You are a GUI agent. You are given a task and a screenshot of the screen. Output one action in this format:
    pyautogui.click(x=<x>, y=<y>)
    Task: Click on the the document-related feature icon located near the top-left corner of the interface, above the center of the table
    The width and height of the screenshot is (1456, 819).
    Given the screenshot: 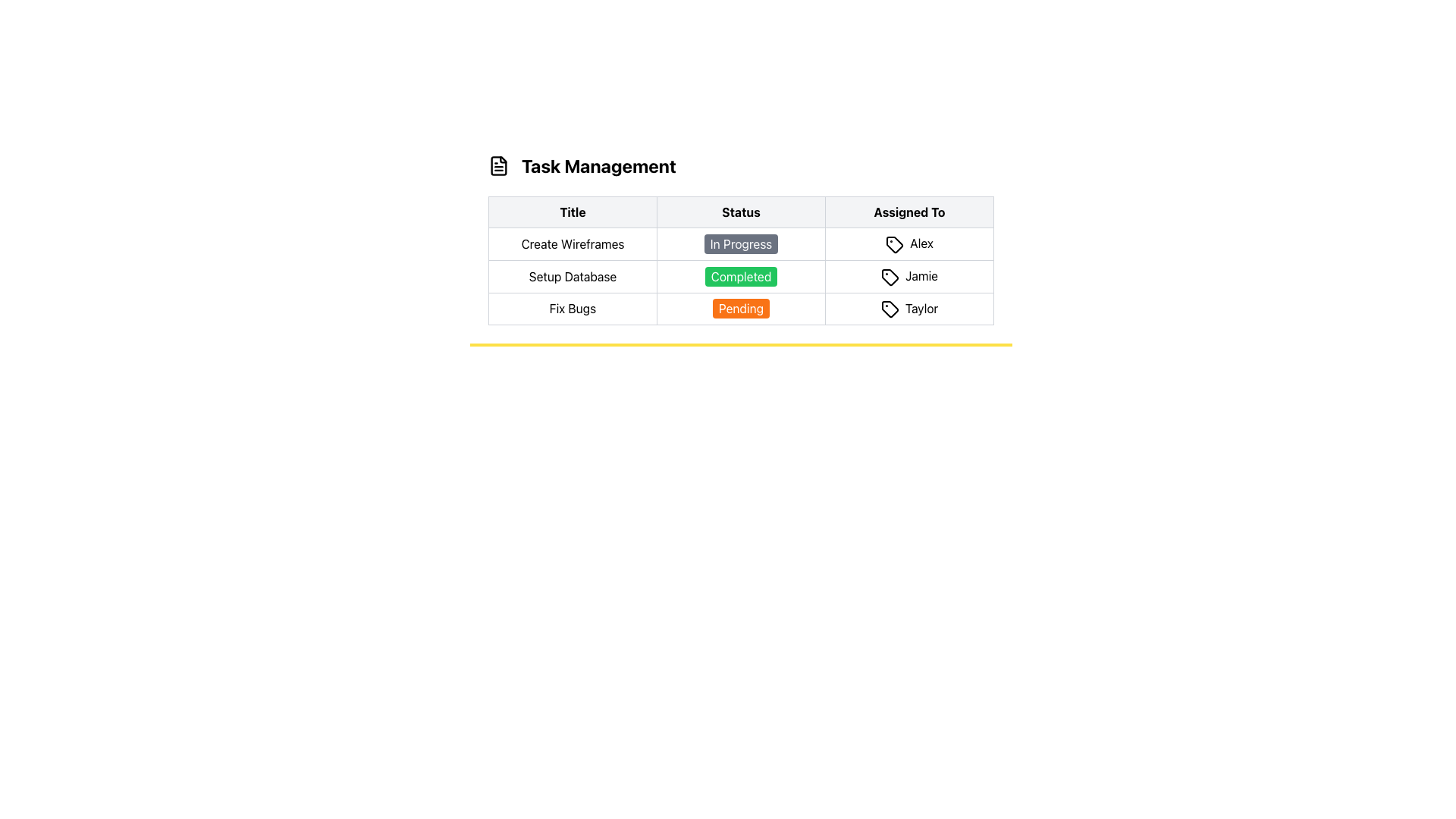 What is the action you would take?
    pyautogui.click(x=498, y=166)
    